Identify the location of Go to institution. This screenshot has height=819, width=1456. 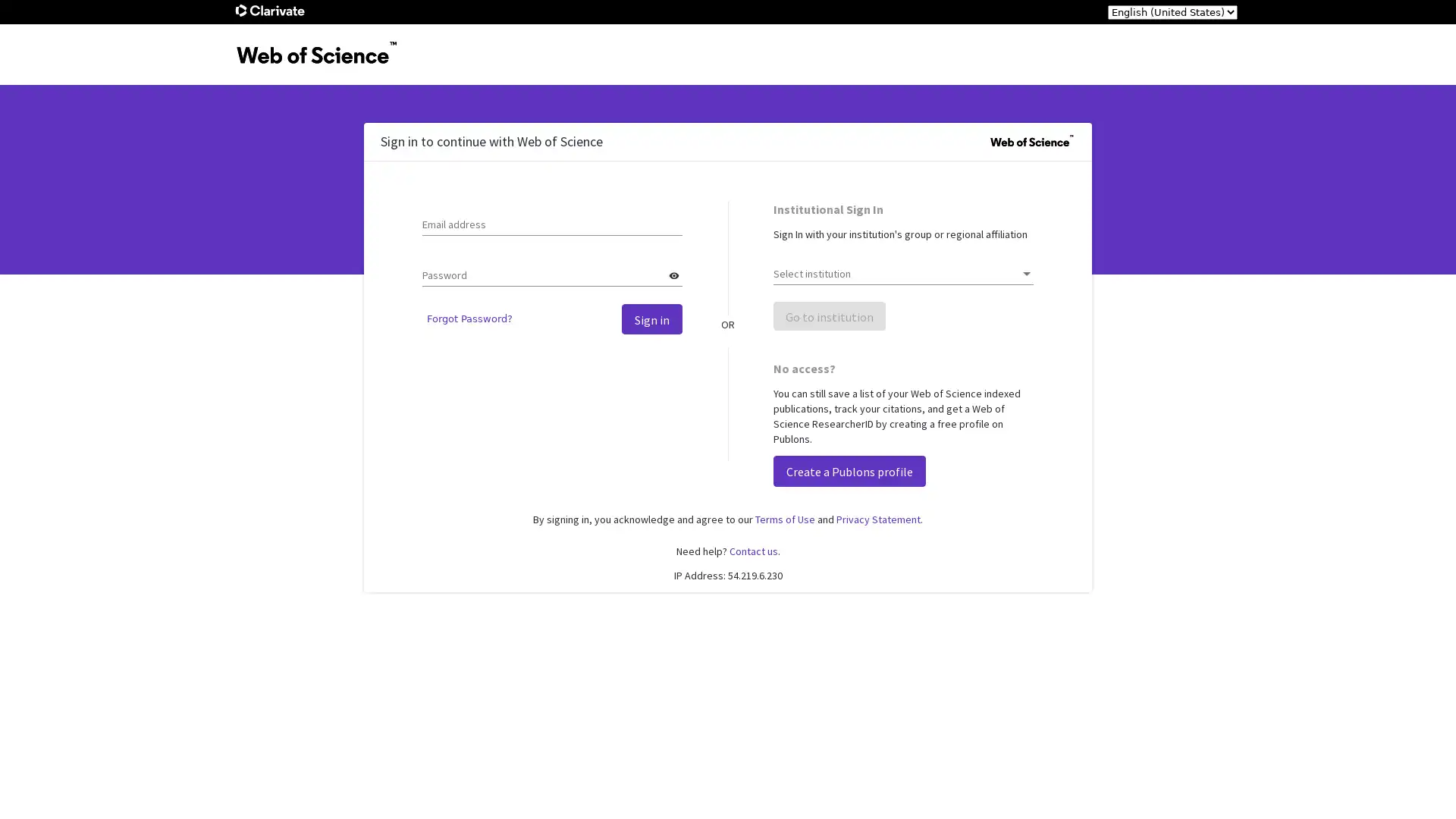
(829, 315).